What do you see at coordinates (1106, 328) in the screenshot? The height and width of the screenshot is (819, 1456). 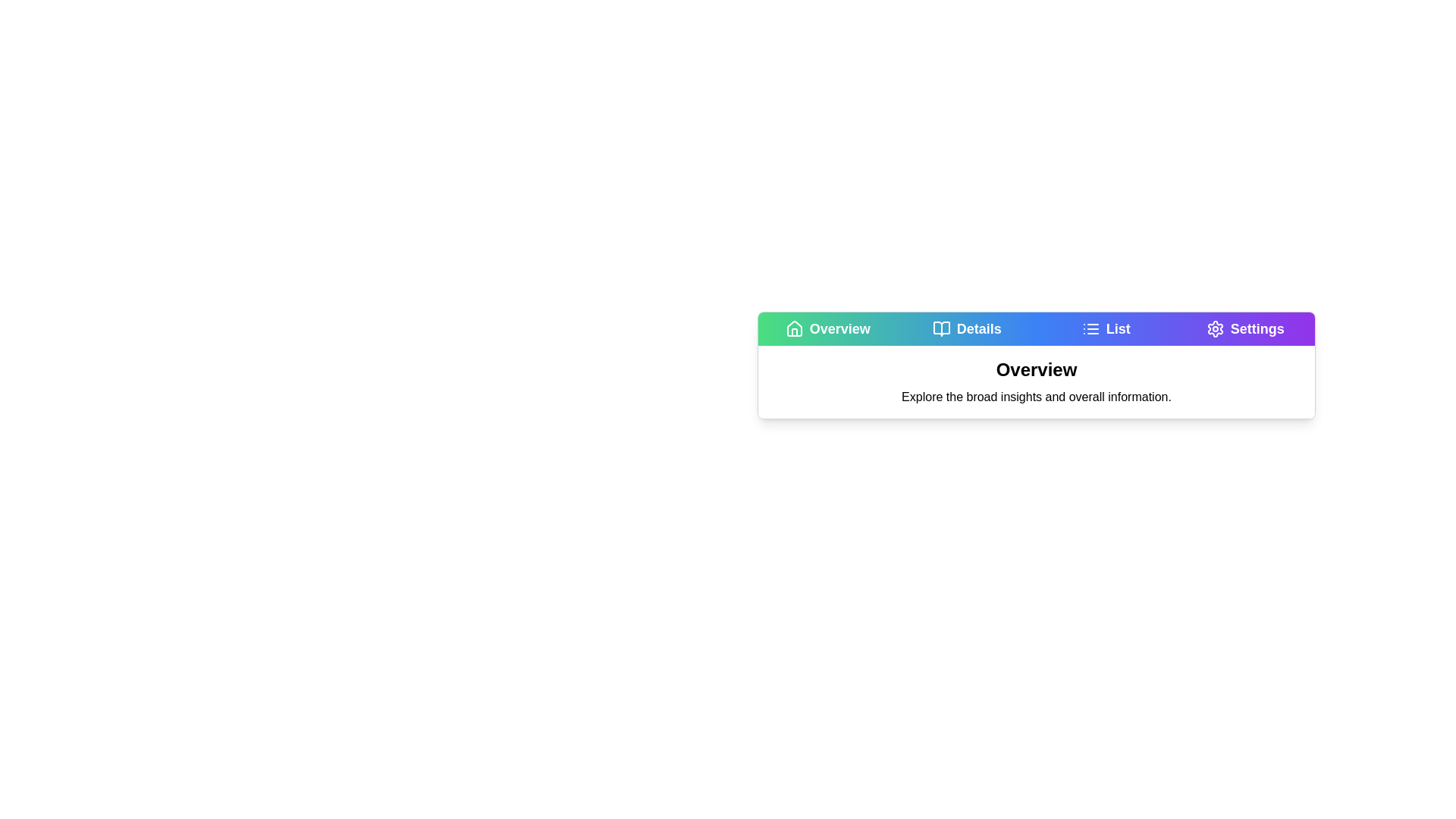 I see `the navigation button located between the 'Details' button and the 'Settings' button` at bounding box center [1106, 328].